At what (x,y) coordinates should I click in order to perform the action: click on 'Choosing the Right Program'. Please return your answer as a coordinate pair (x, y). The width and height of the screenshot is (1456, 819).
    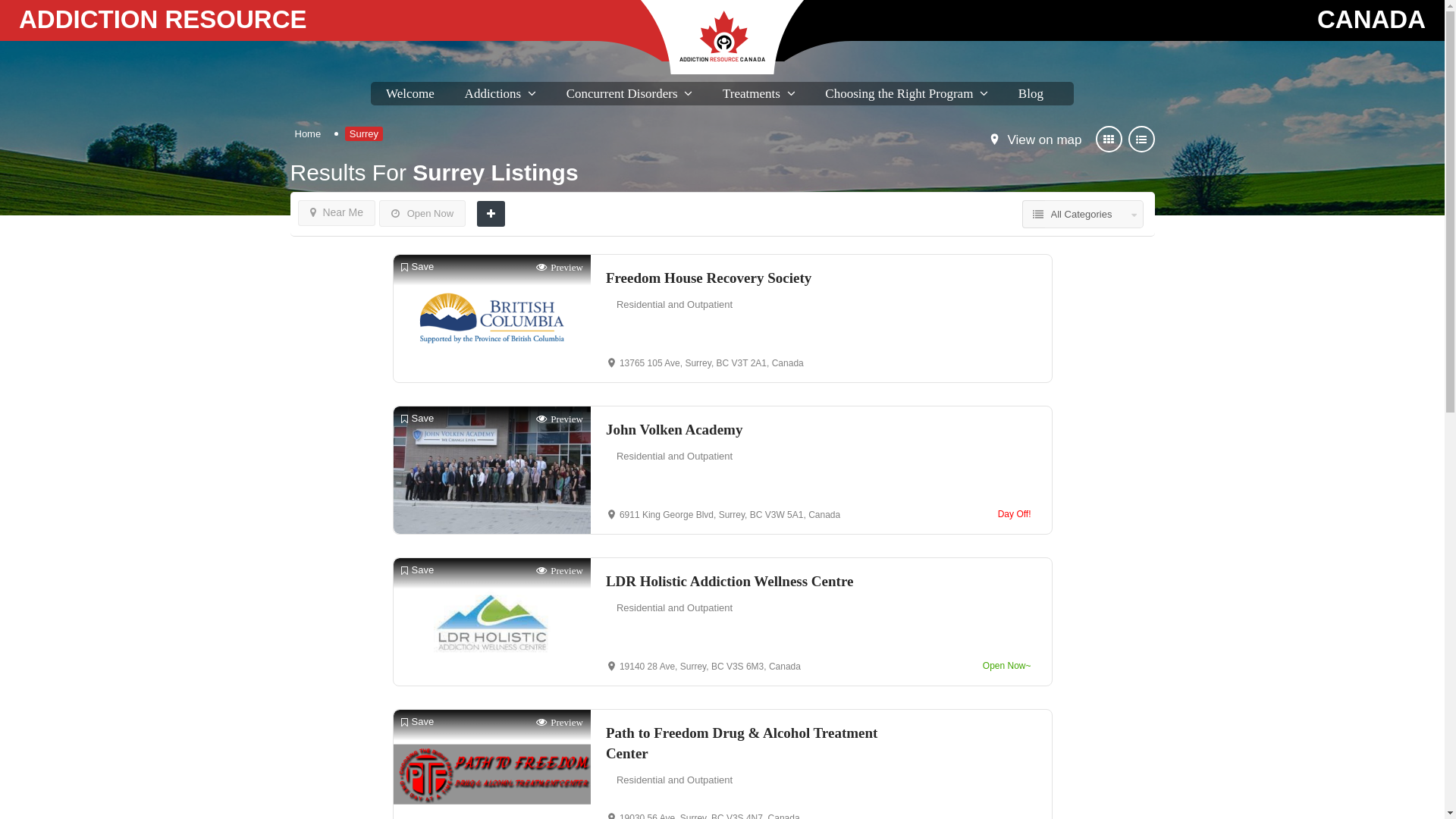
    Looking at the image, I should click on (899, 93).